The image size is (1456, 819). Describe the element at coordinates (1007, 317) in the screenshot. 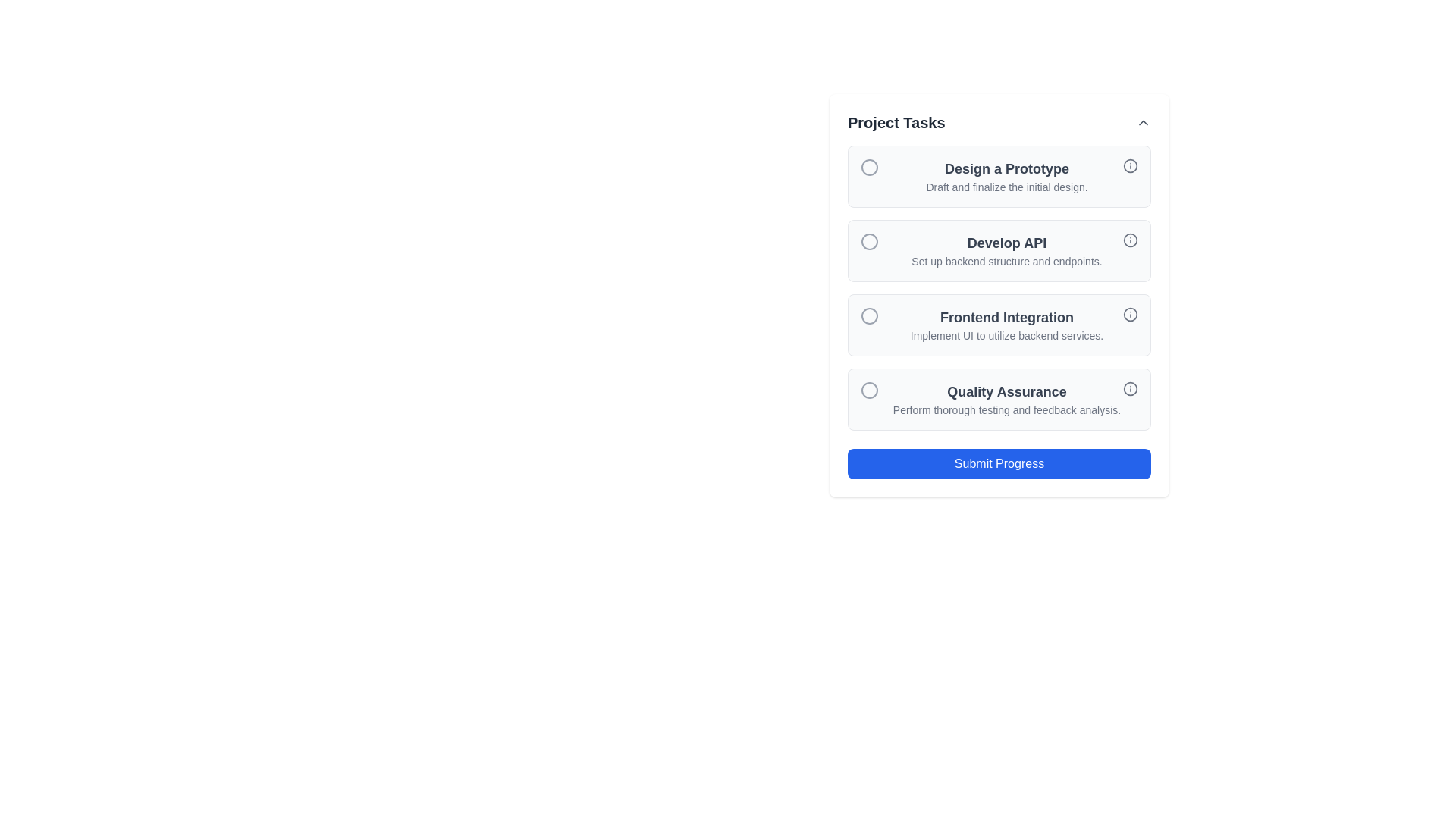

I see `the 'Frontend Integration' task title text label located in the third row of the 'Project Tasks' interface` at that location.